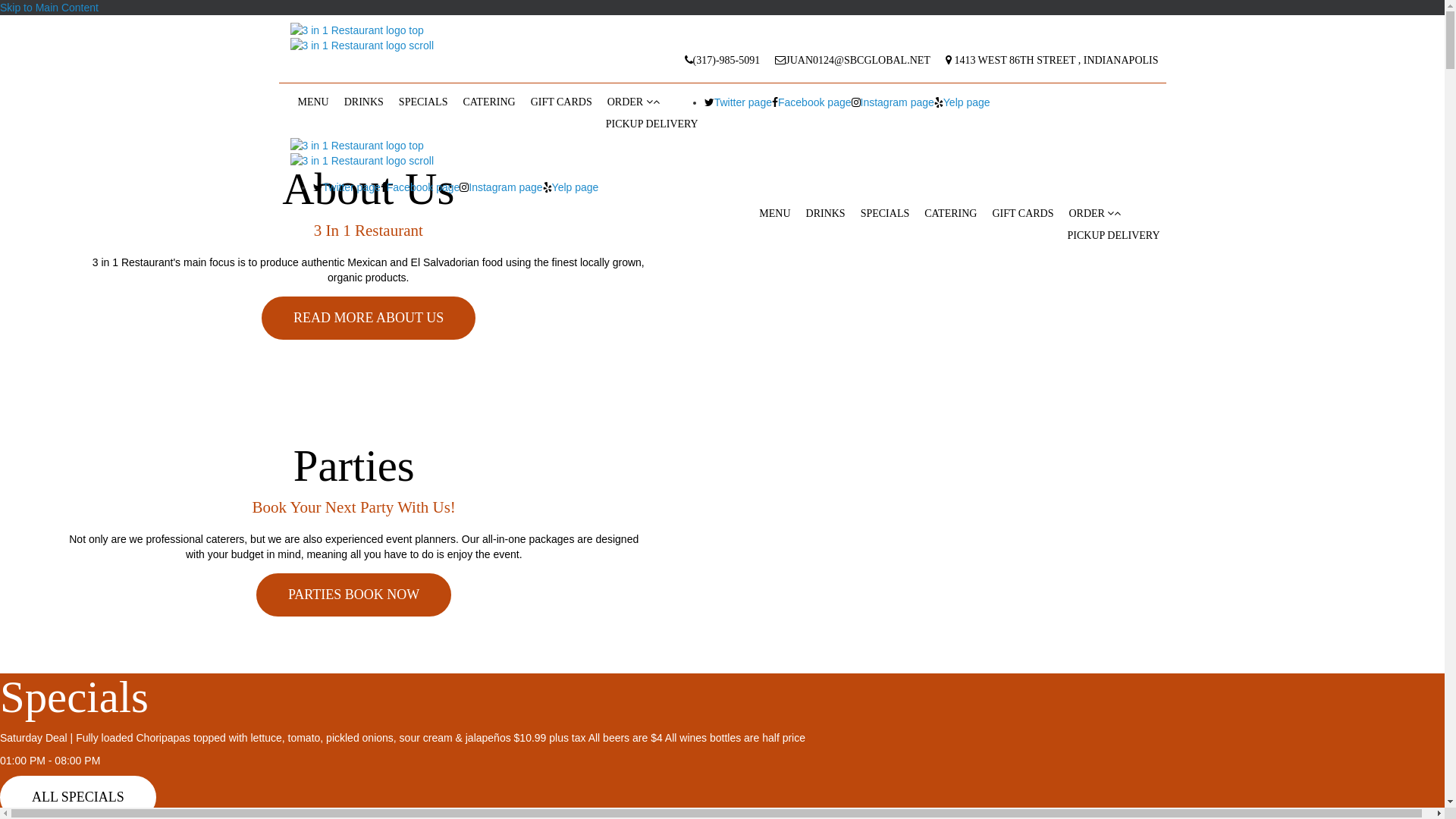  What do you see at coordinates (364, 102) in the screenshot?
I see `'DRINKS'` at bounding box center [364, 102].